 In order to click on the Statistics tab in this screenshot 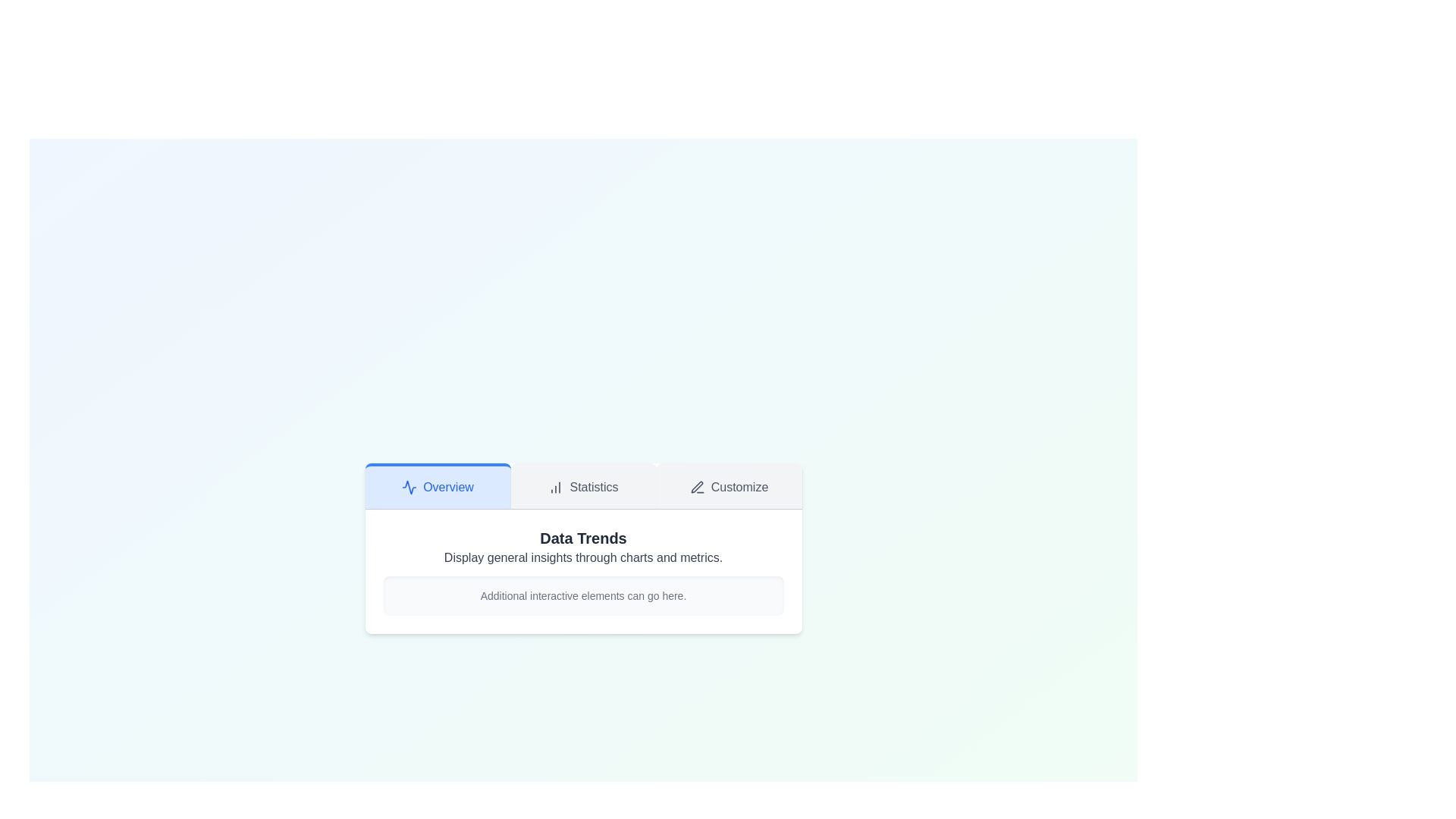, I will do `click(582, 485)`.